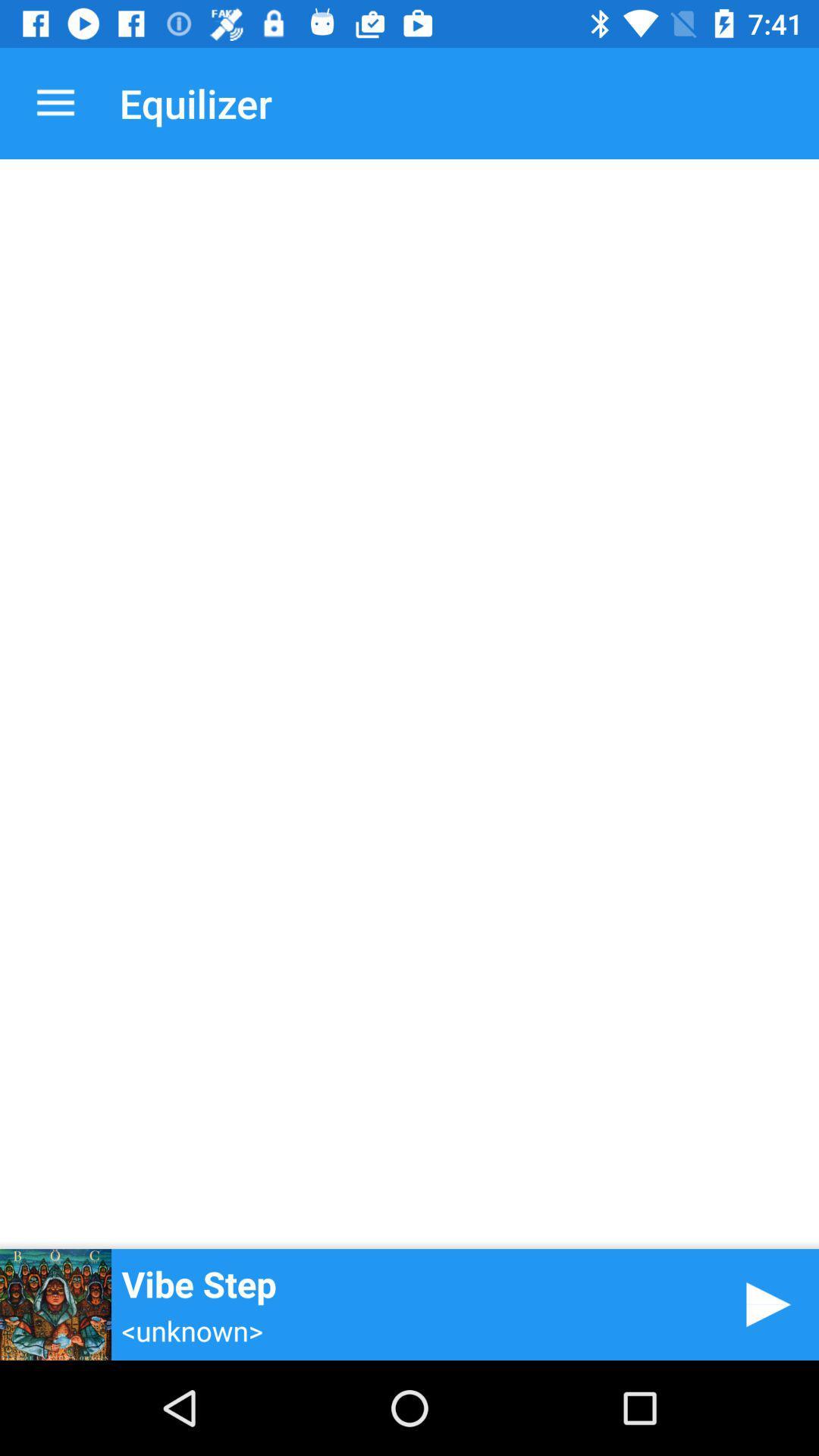 This screenshot has width=819, height=1456. I want to click on icon to the right of the vibe step item, so click(763, 1304).